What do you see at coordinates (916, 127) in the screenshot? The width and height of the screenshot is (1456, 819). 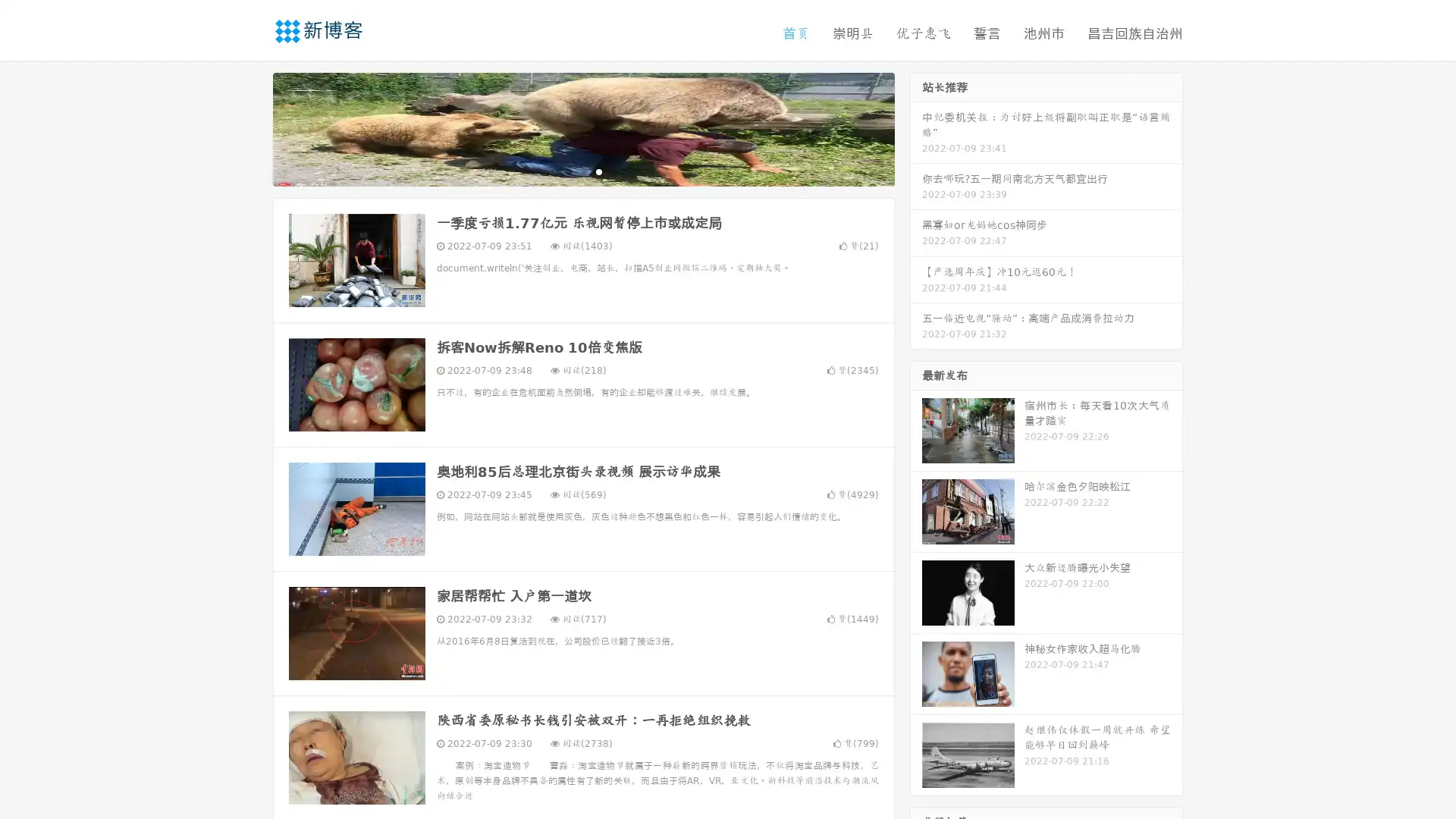 I see `Next slide` at bounding box center [916, 127].